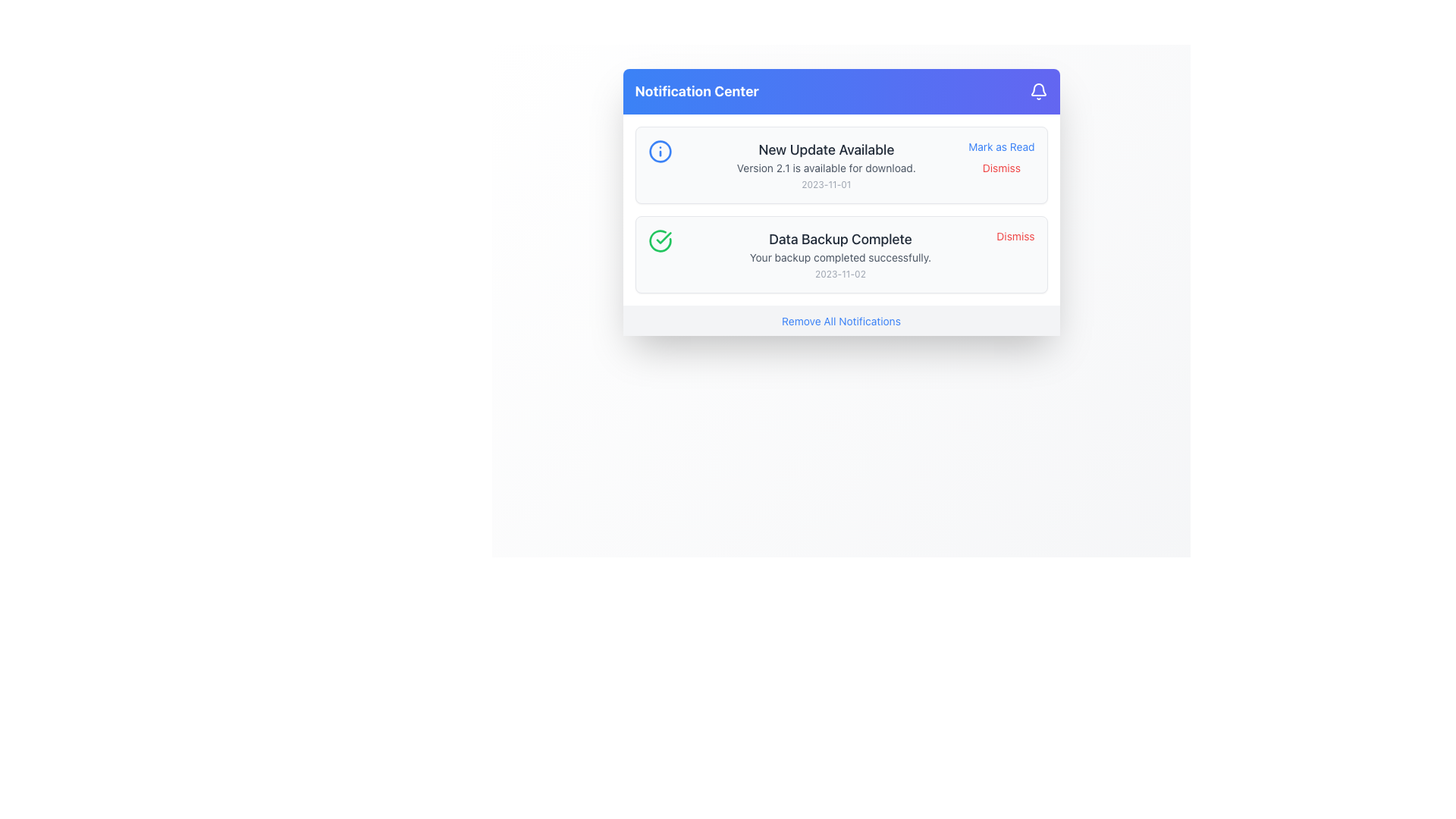 The image size is (1456, 819). I want to click on the green checkmark icon indicating a completed backup process, which is located inside a circular icon next to the 'Data Backup Complete' notification text in the Notification Center, so click(664, 237).